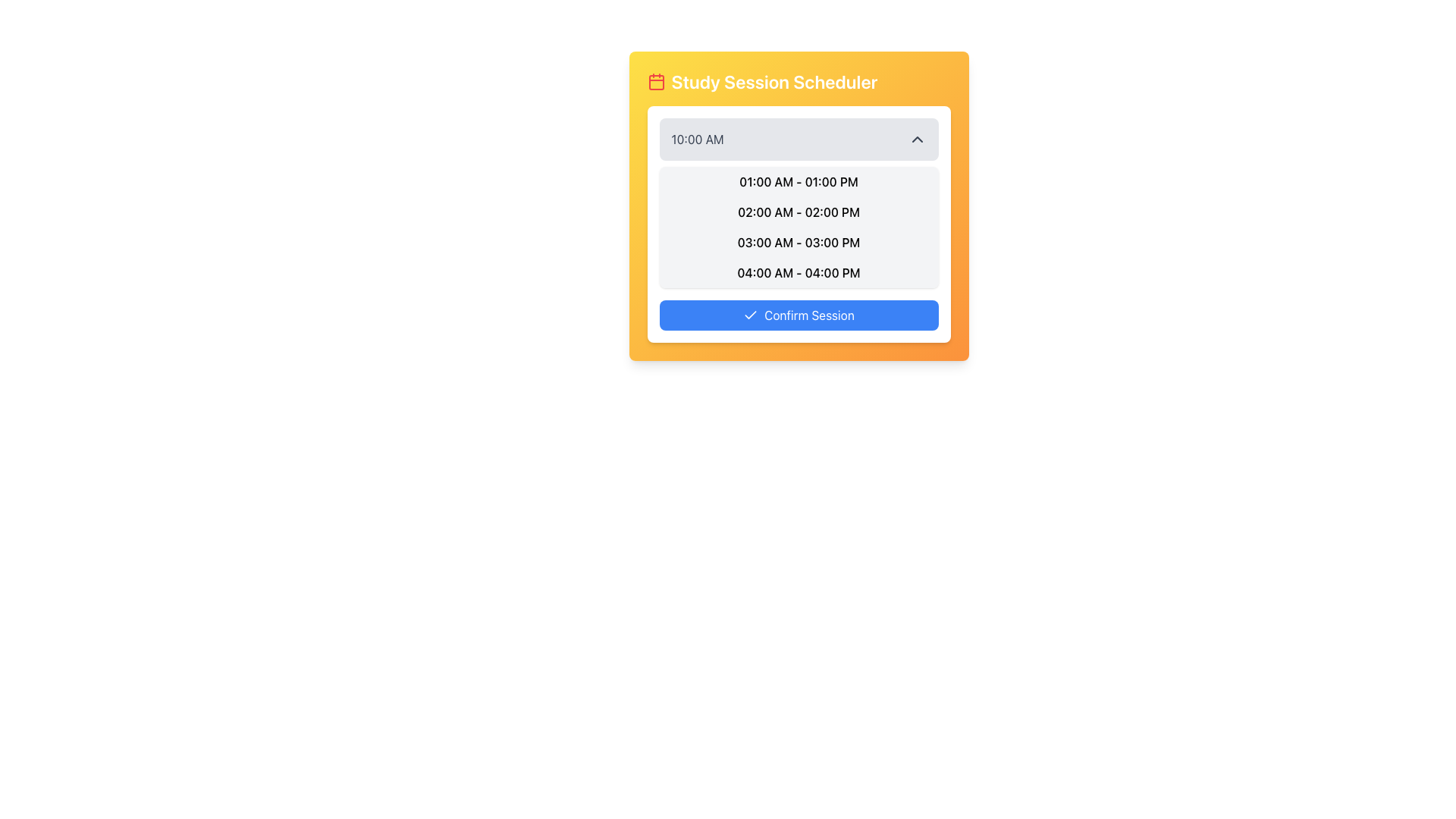 This screenshot has width=1456, height=819. Describe the element at coordinates (916, 140) in the screenshot. I see `the Dropdown toggle icon located at the top-right corner of the selection box showing '10:00 AM'` at that location.